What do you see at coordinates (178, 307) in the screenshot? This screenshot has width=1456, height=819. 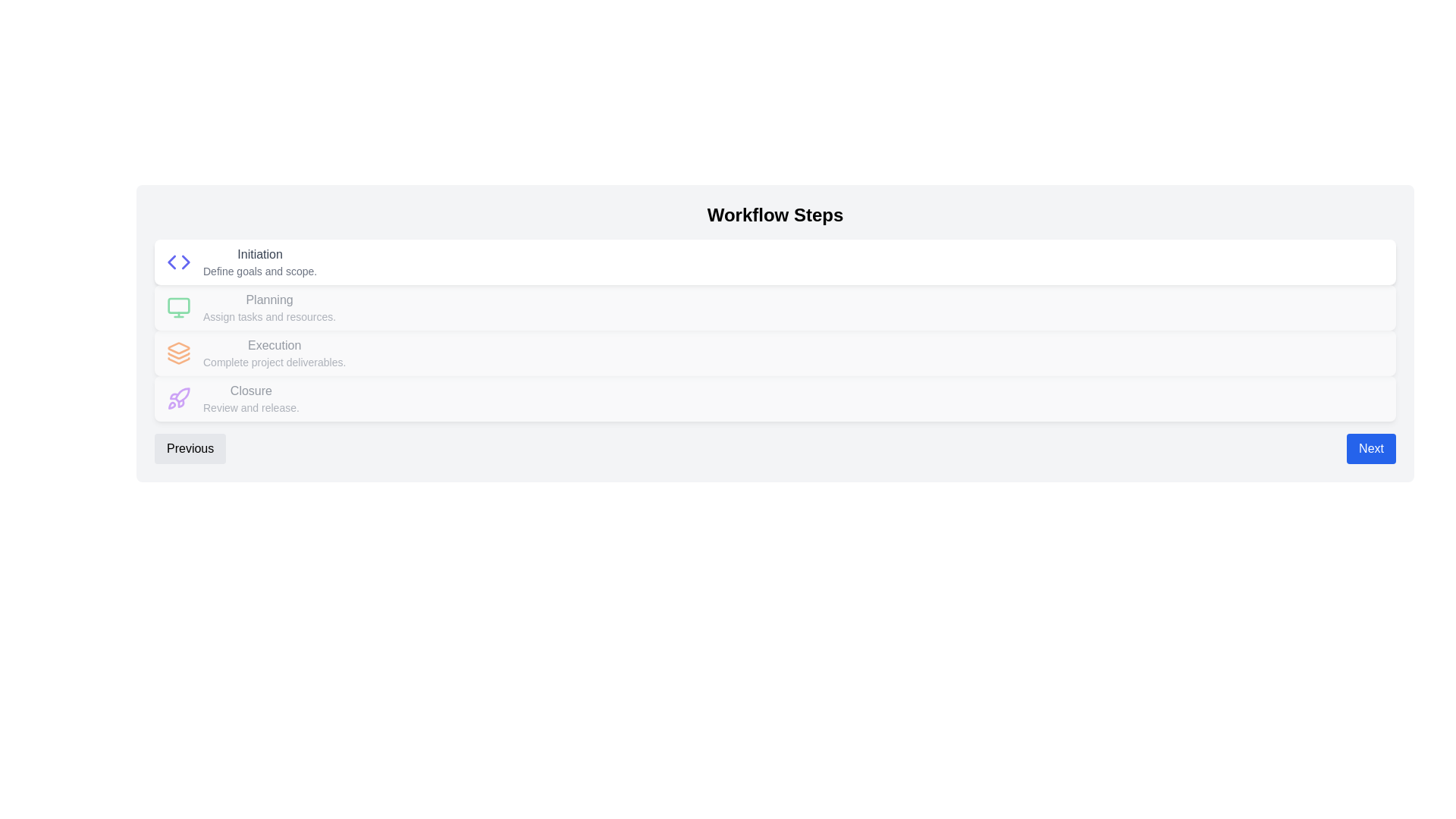 I see `the icon representing the concept of planning, which is located in the second row of a vertical list, preceding the text 'Planning'` at bounding box center [178, 307].